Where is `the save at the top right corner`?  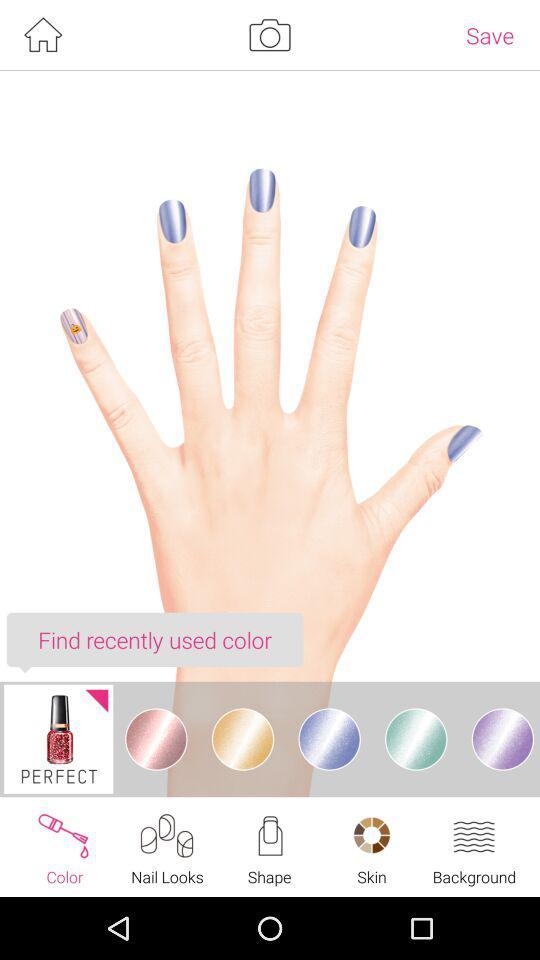 the save at the top right corner is located at coordinates (489, 34).